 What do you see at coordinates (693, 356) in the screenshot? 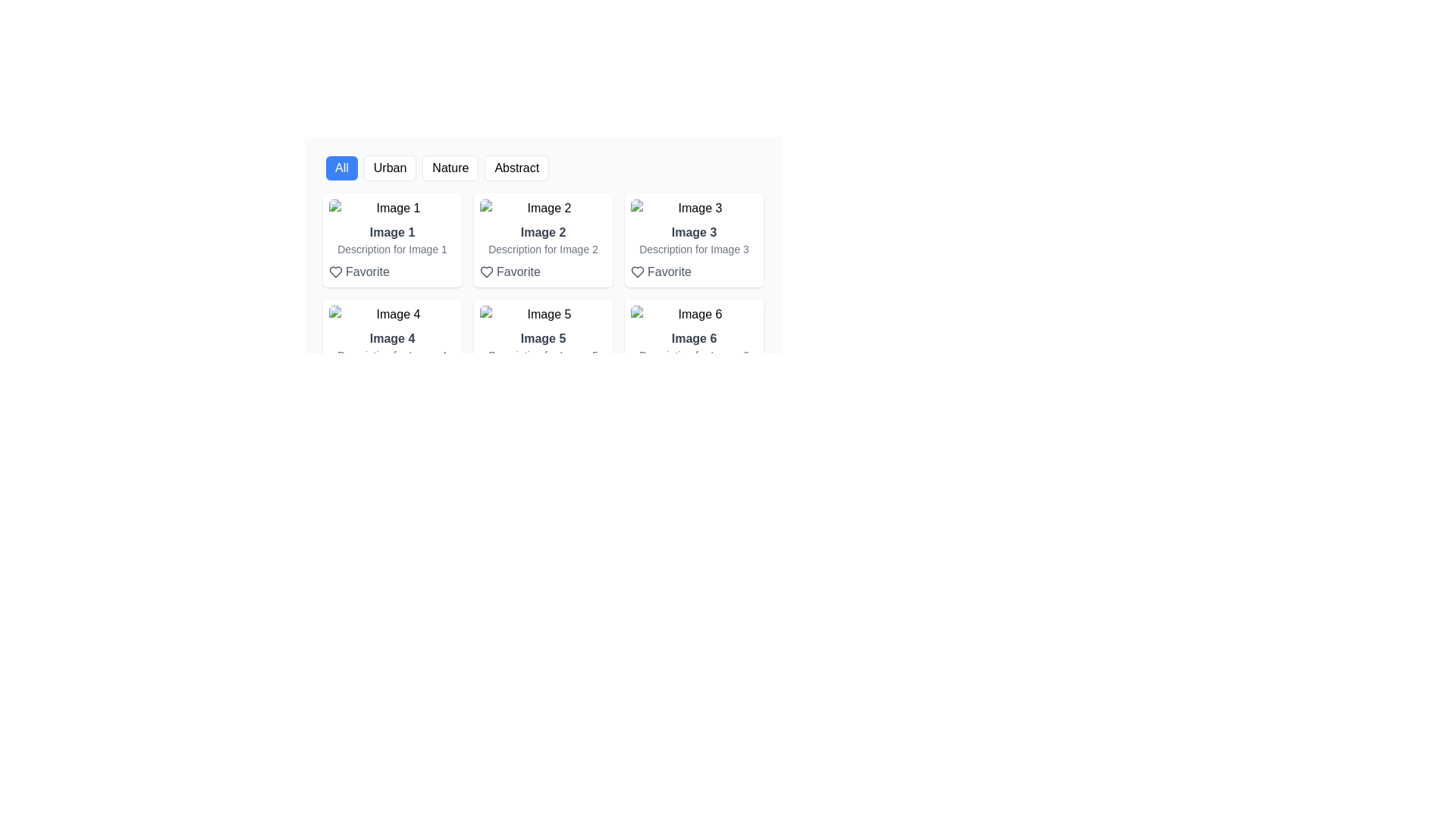
I see `supplementary text element displaying 'Description for Image 6', which is styled with a smaller font and gray color, located below the title 'Image 6' and above the 'Favorite' section` at bounding box center [693, 356].